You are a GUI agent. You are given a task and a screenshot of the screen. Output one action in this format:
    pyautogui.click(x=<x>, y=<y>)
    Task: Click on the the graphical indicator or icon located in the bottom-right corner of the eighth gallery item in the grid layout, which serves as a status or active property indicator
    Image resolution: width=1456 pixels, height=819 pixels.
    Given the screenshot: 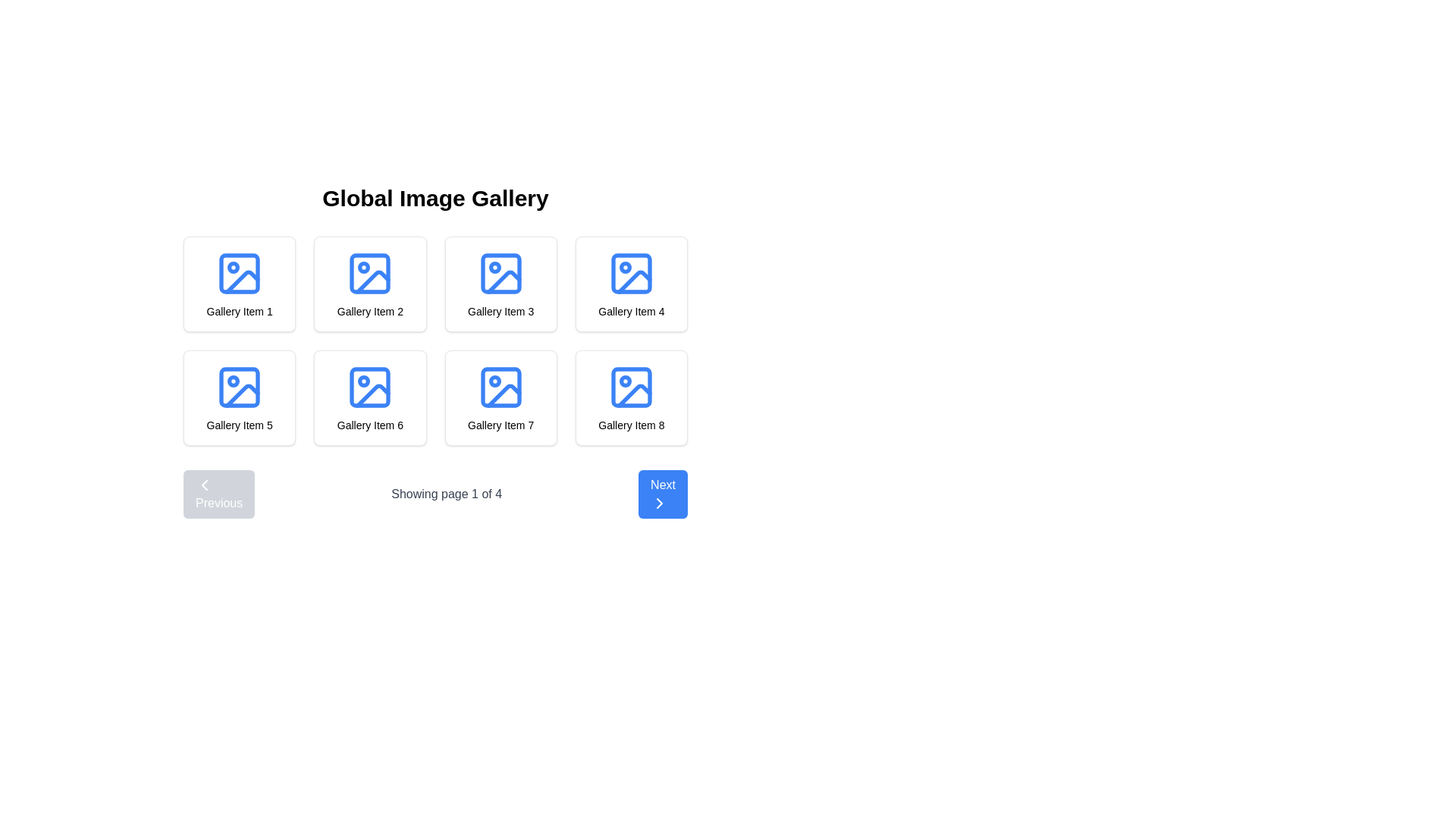 What is the action you would take?
    pyautogui.click(x=625, y=380)
    